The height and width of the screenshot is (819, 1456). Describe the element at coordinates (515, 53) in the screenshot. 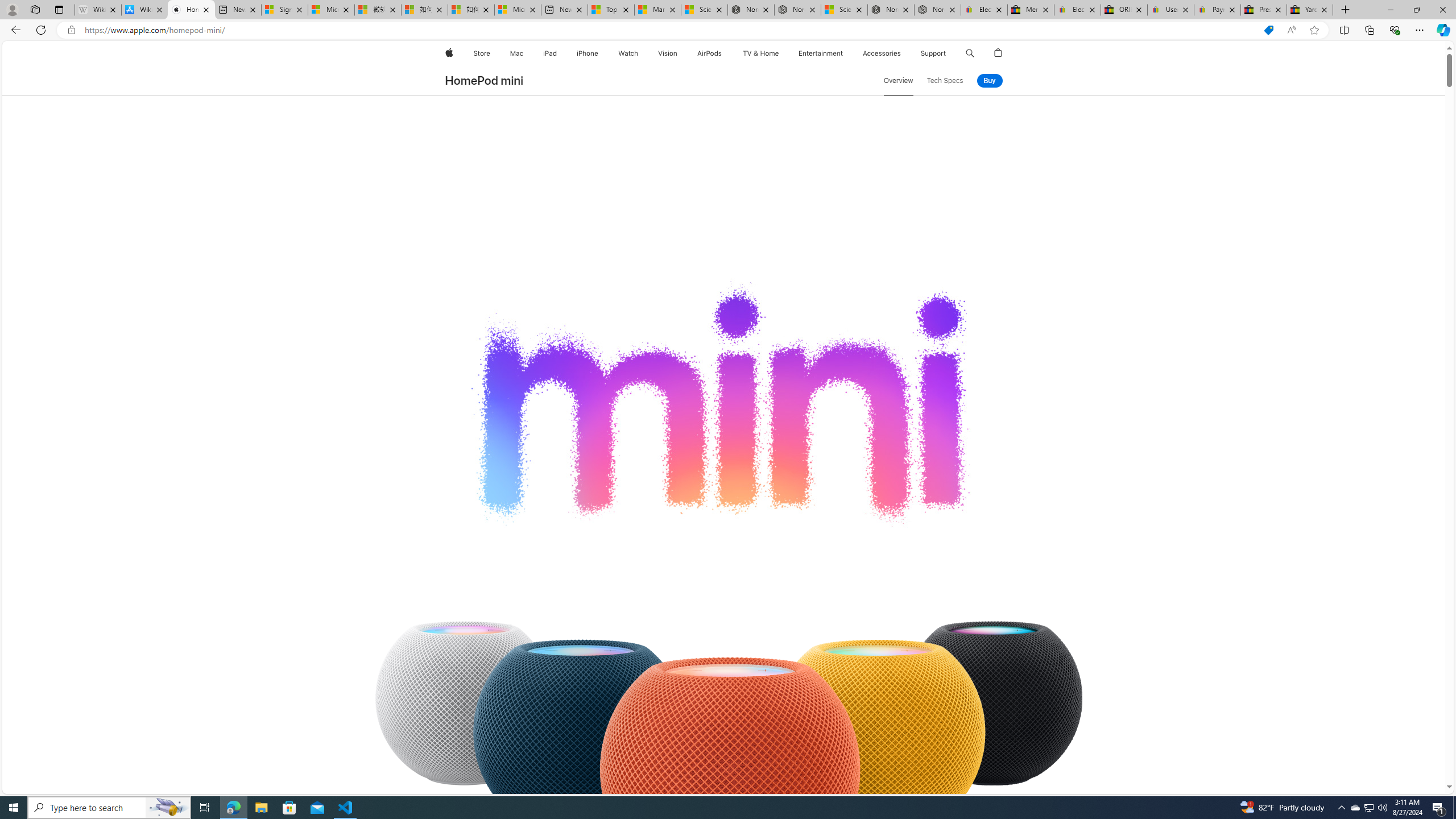

I see `'Mac'` at that location.